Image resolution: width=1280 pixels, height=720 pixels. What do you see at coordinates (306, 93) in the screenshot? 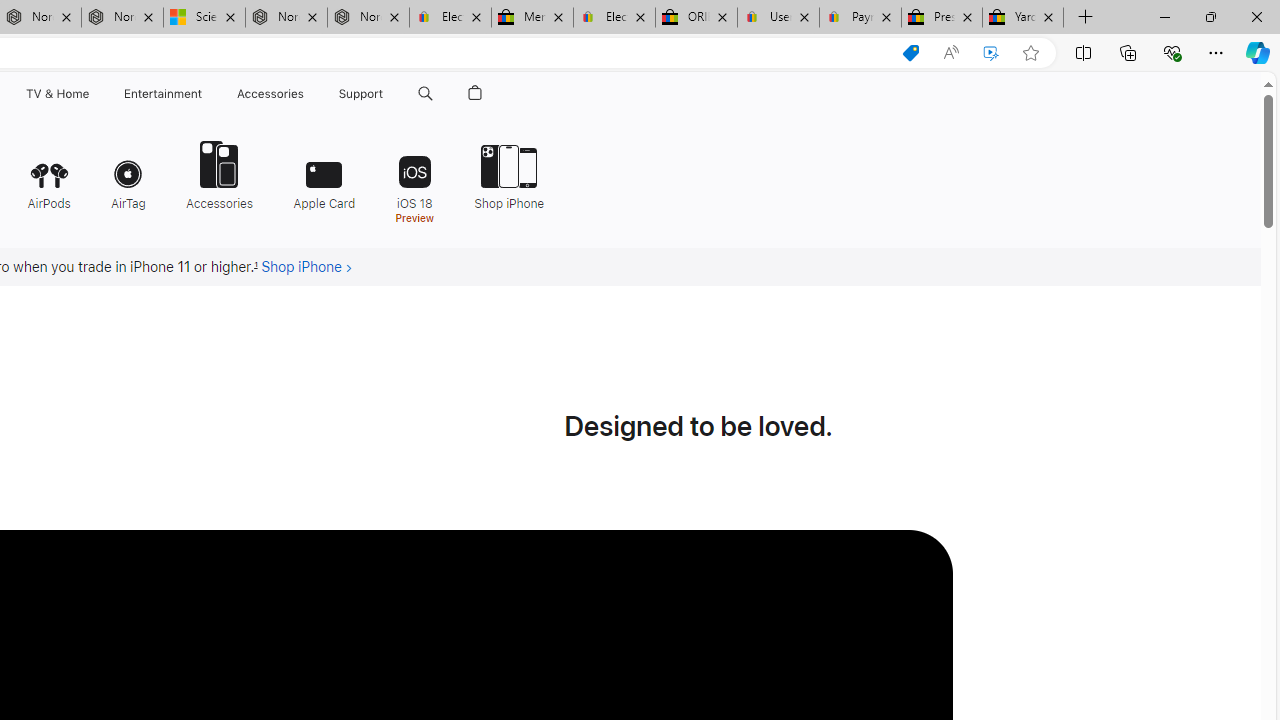
I see `'Accessories menu'` at bounding box center [306, 93].